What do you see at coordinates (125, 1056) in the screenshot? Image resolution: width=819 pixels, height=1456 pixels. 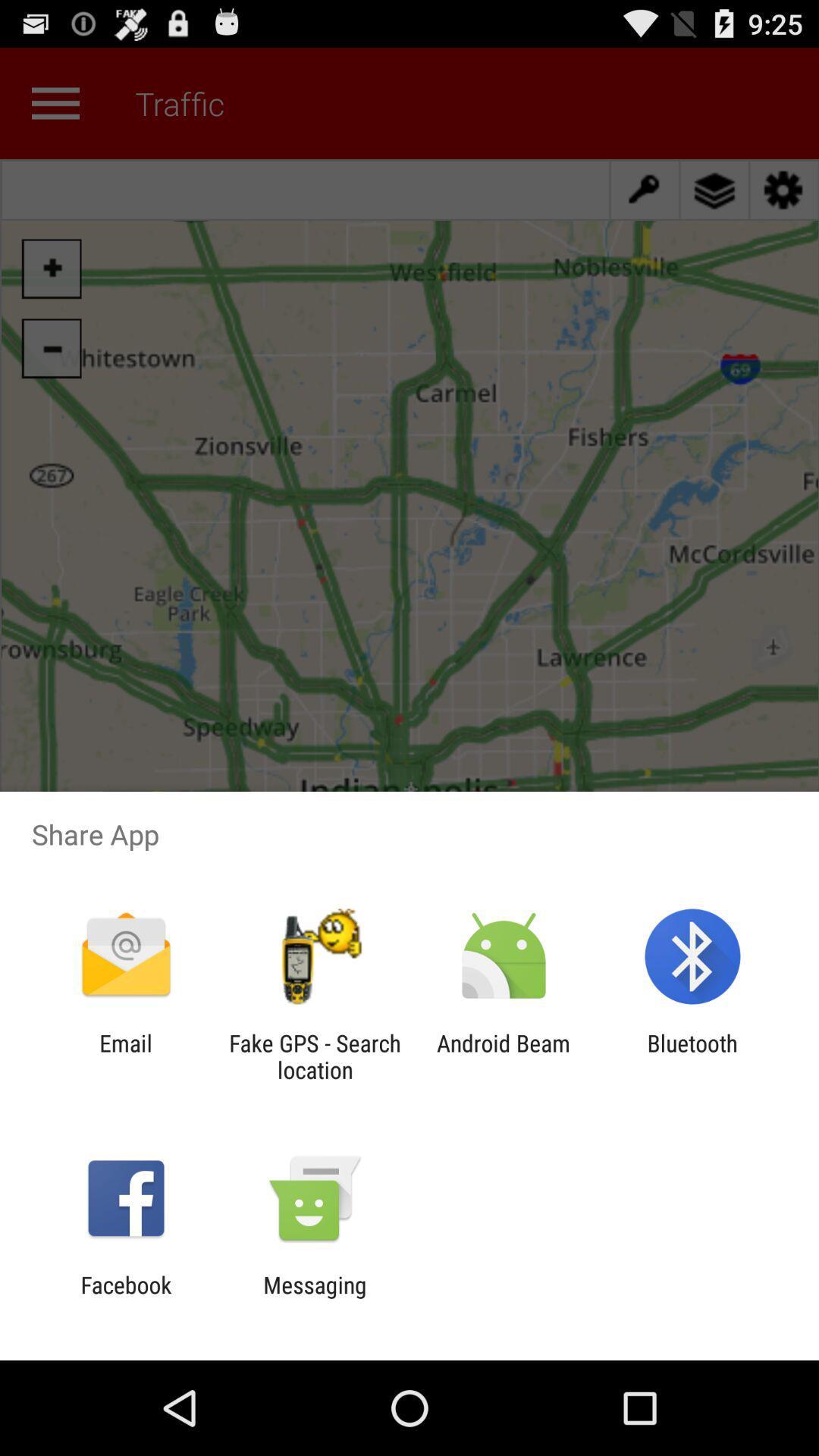 I see `icon to the left of the fake gps search icon` at bounding box center [125, 1056].